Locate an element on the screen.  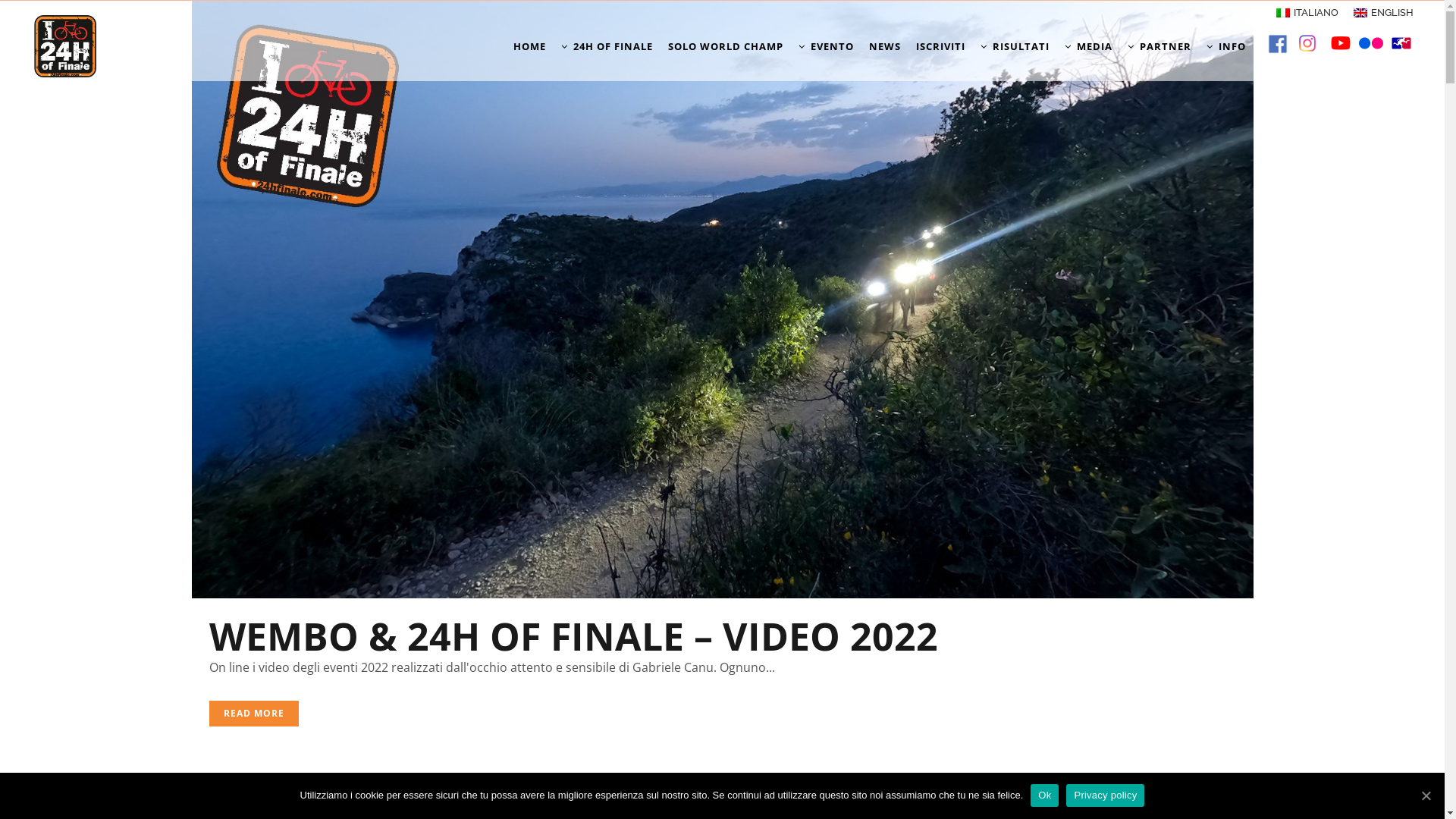
'PARTNER' is located at coordinates (1159, 45).